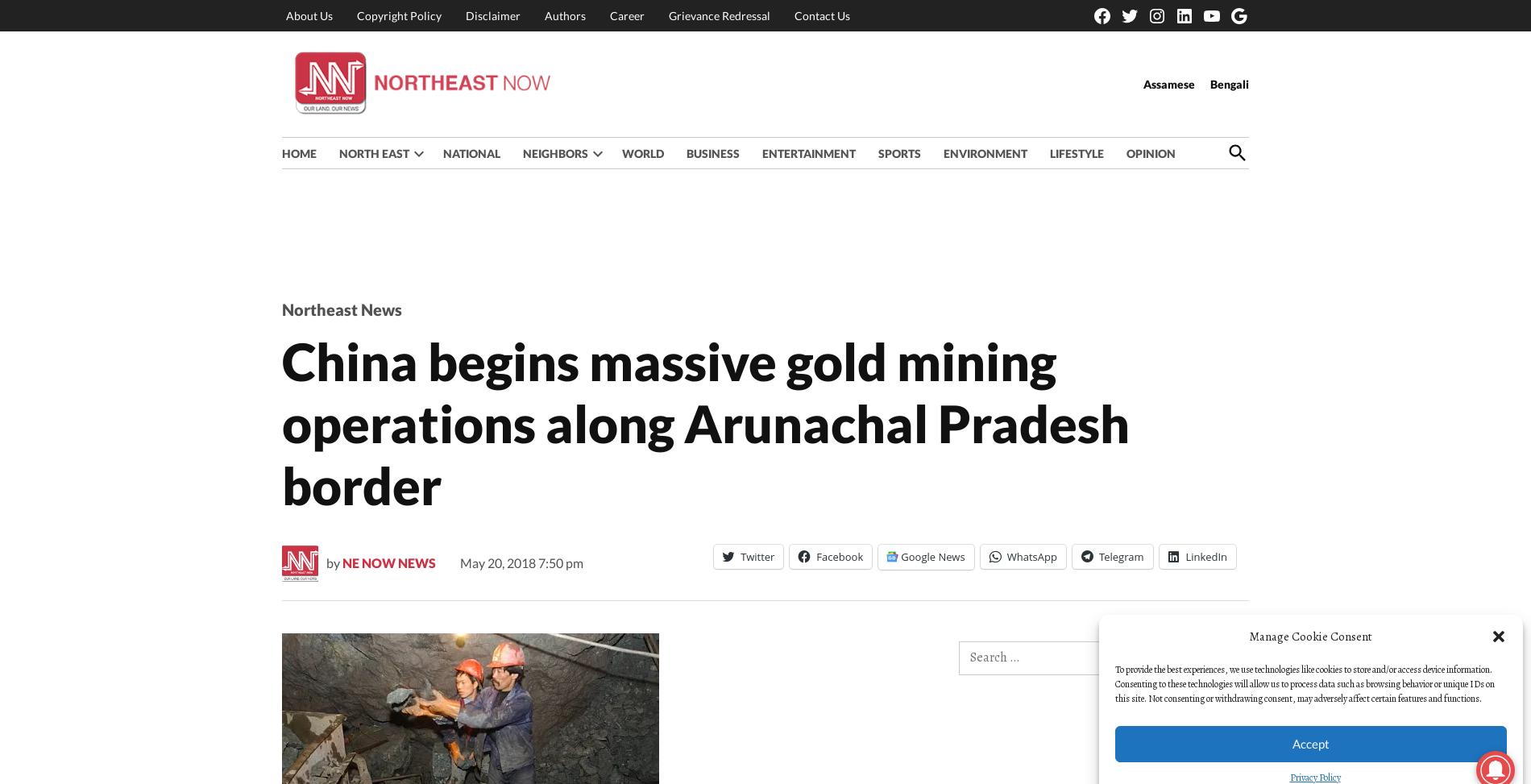 The width and height of the screenshot is (1531, 784). I want to click on 'Grievance Redressal', so click(719, 15).